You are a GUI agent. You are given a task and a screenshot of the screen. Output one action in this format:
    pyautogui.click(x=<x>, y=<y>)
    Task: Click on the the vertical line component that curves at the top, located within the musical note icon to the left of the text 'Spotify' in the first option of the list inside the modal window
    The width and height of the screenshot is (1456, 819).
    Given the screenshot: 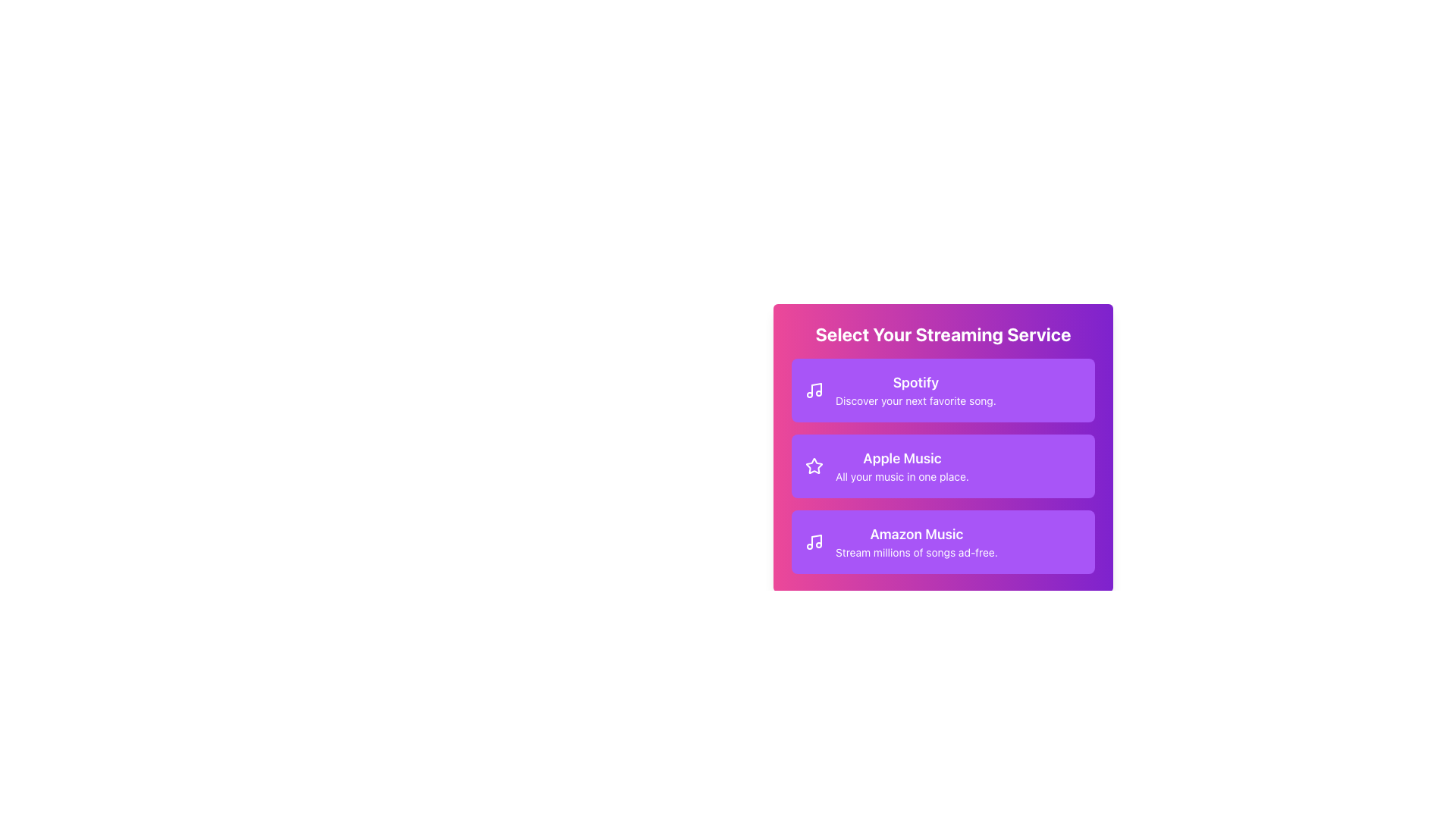 What is the action you would take?
    pyautogui.click(x=815, y=388)
    